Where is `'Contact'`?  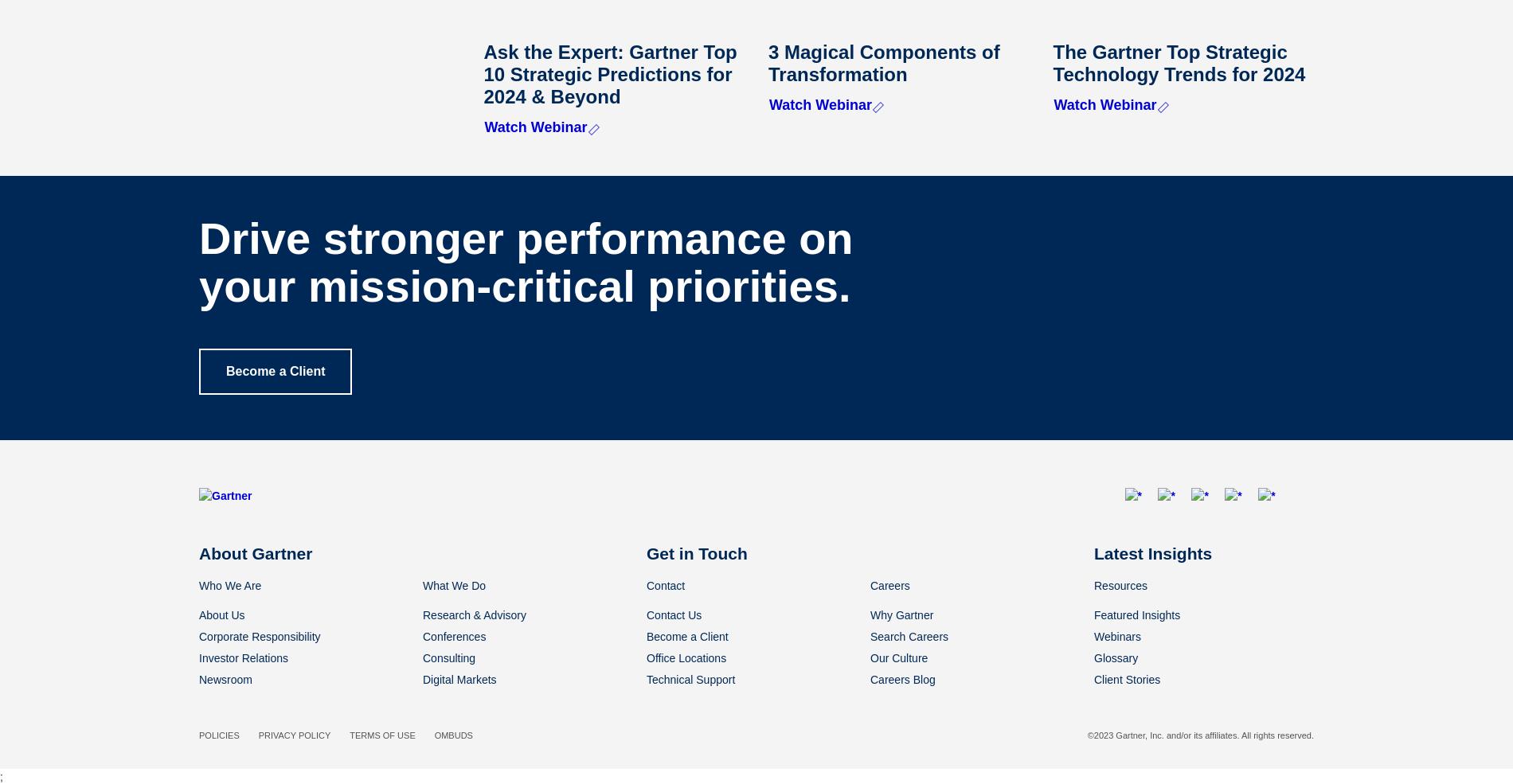
'Contact' is located at coordinates (665, 585).